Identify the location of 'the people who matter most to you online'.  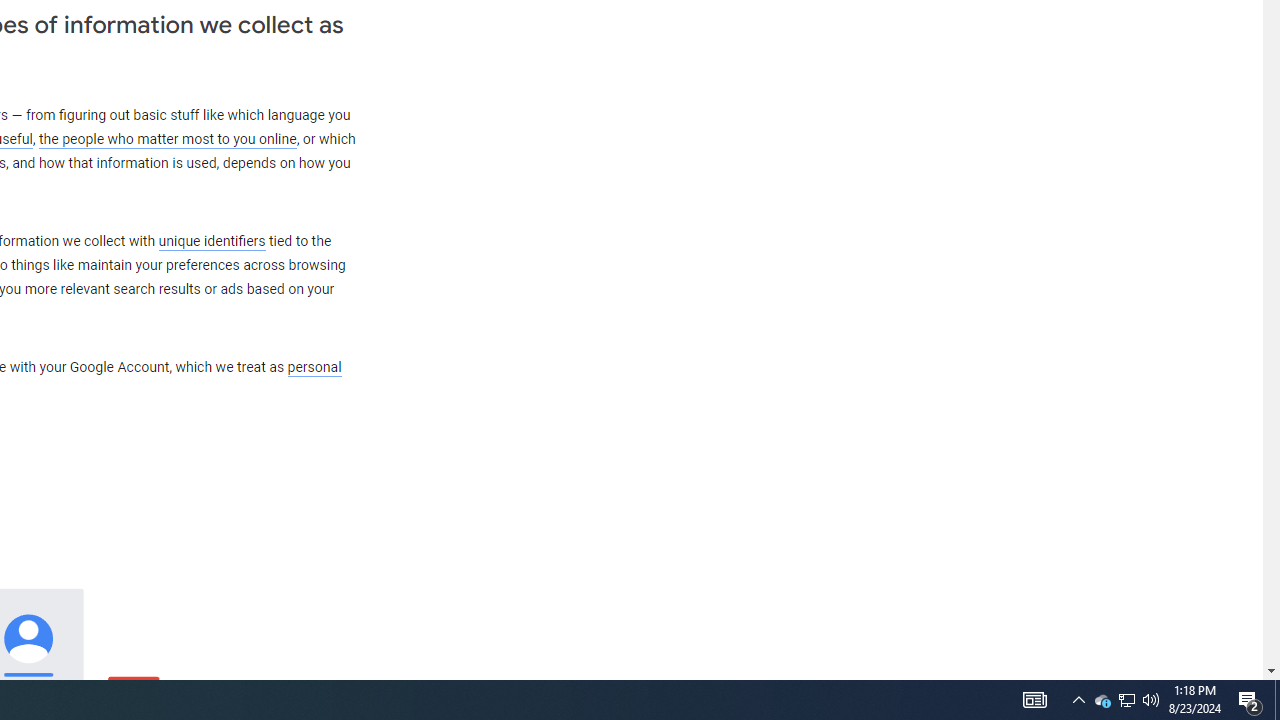
(167, 138).